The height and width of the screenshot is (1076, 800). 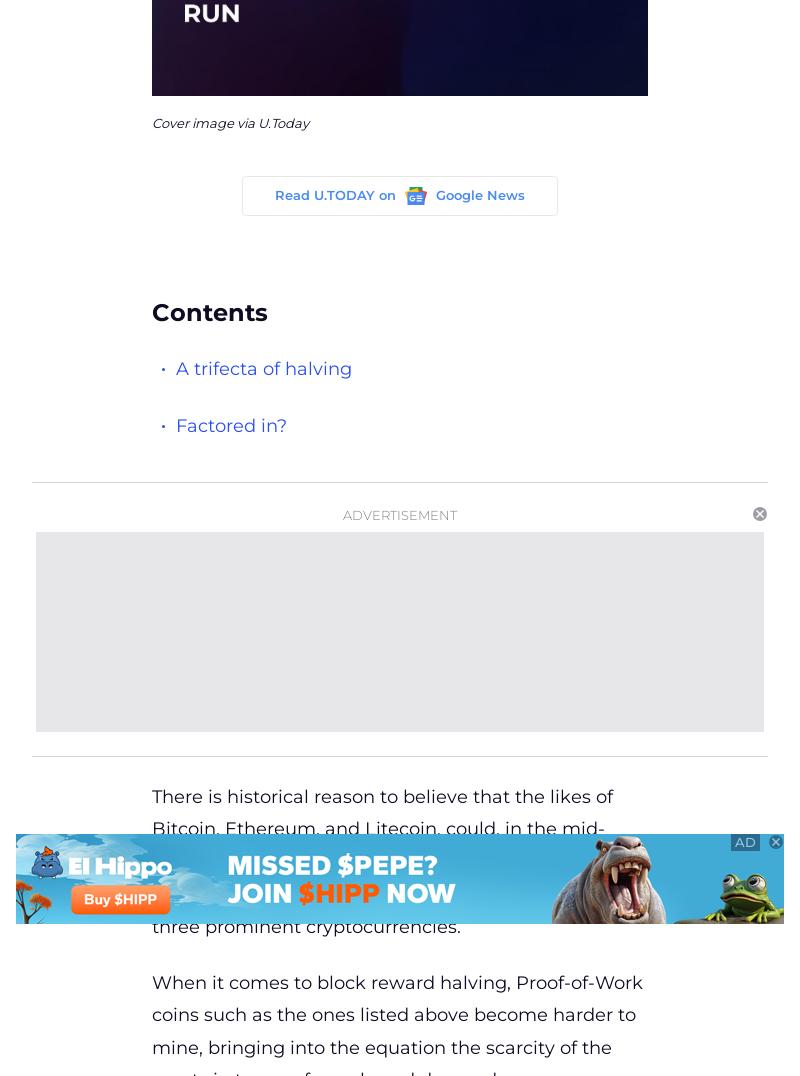 I want to click on 'There is historical reason to believe that the likes of Bitcoin, Ethereum, and Litecoin, could, in the mid-term future, start a bit of a bull run because of their block reward halving, which is approaching for the three prominent cryptocurrencies.', so click(x=382, y=861).